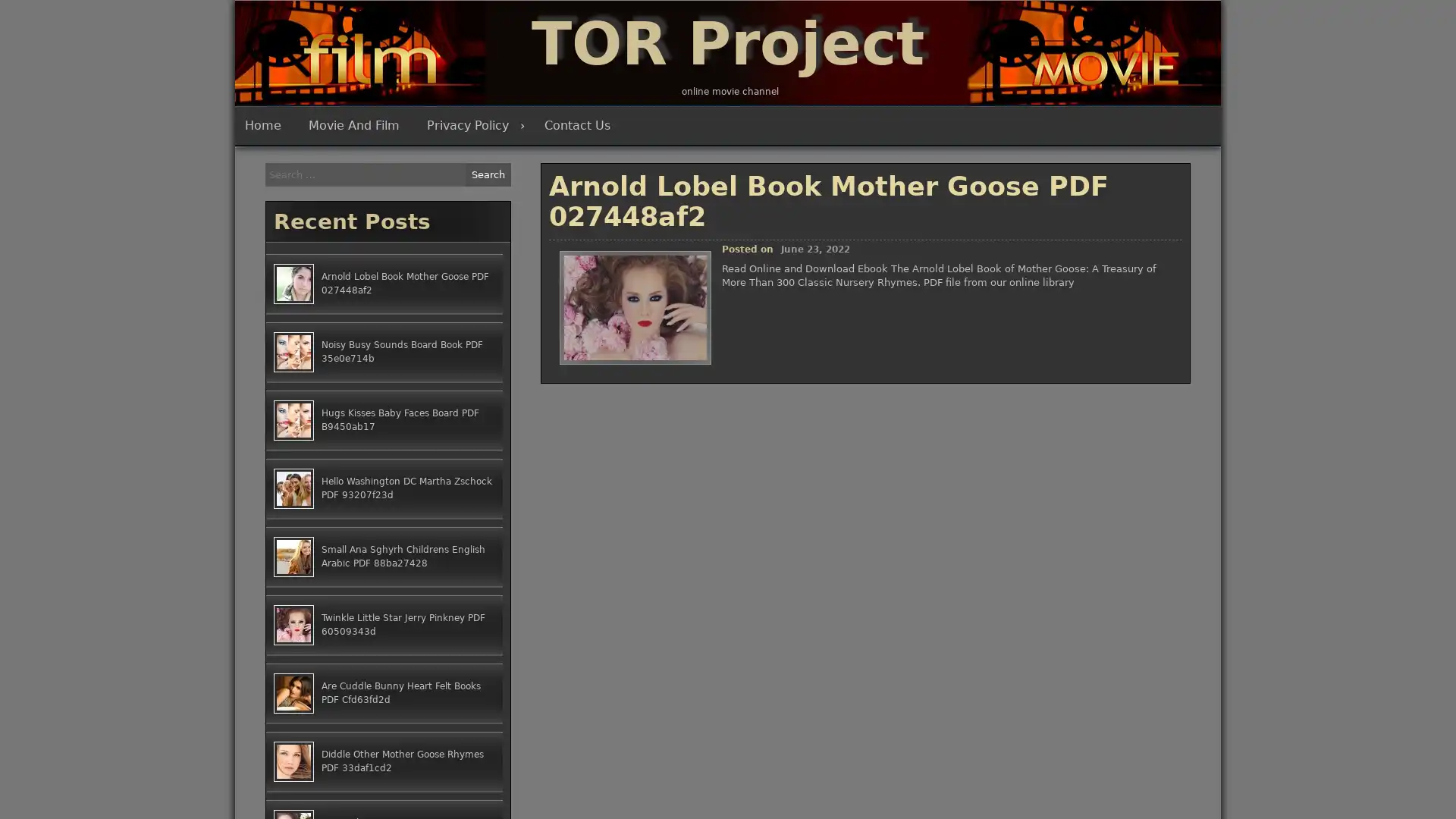 The height and width of the screenshot is (819, 1456). What do you see at coordinates (488, 174) in the screenshot?
I see `Search` at bounding box center [488, 174].